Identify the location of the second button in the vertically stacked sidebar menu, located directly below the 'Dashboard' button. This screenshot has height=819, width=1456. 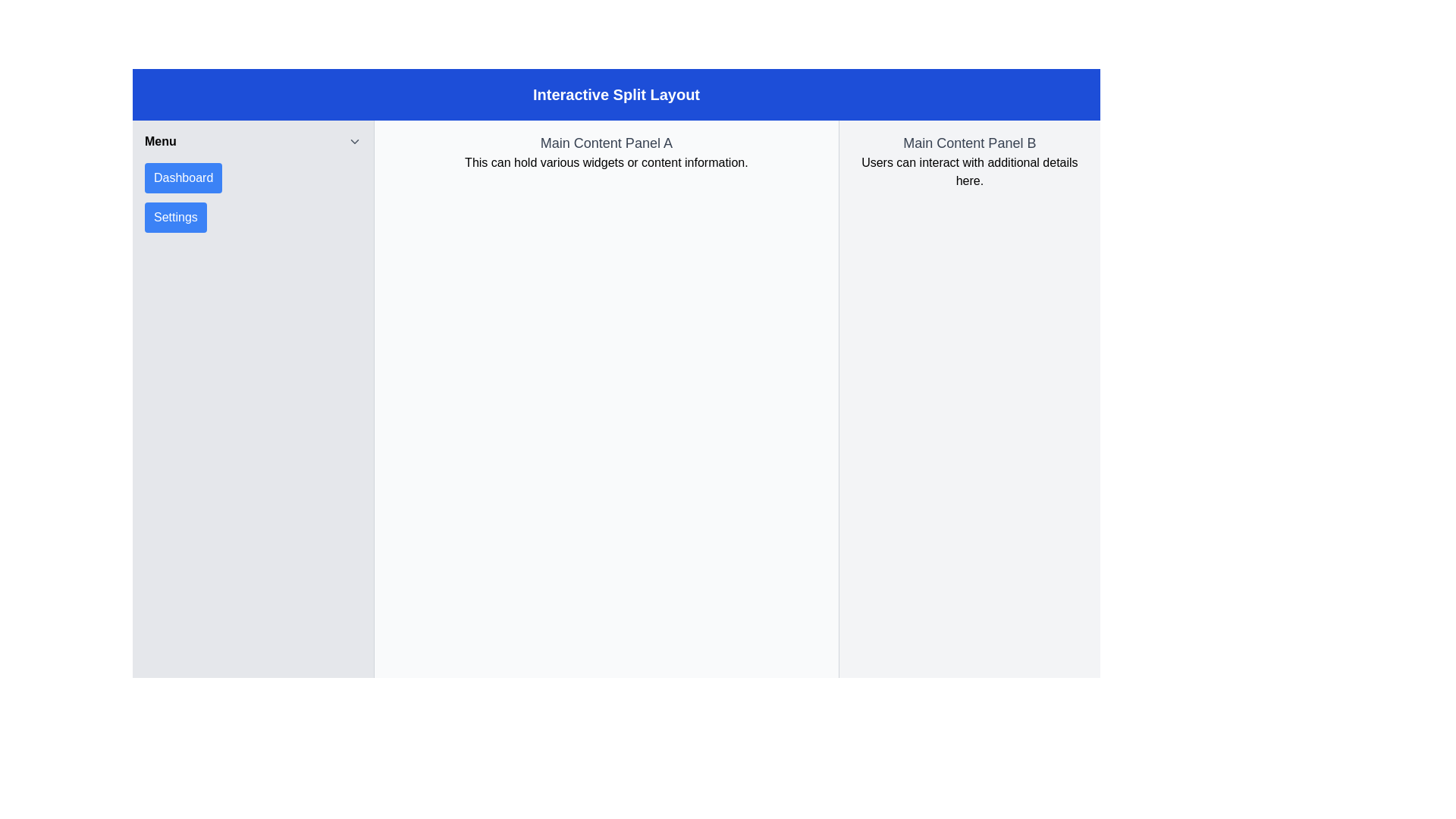
(175, 217).